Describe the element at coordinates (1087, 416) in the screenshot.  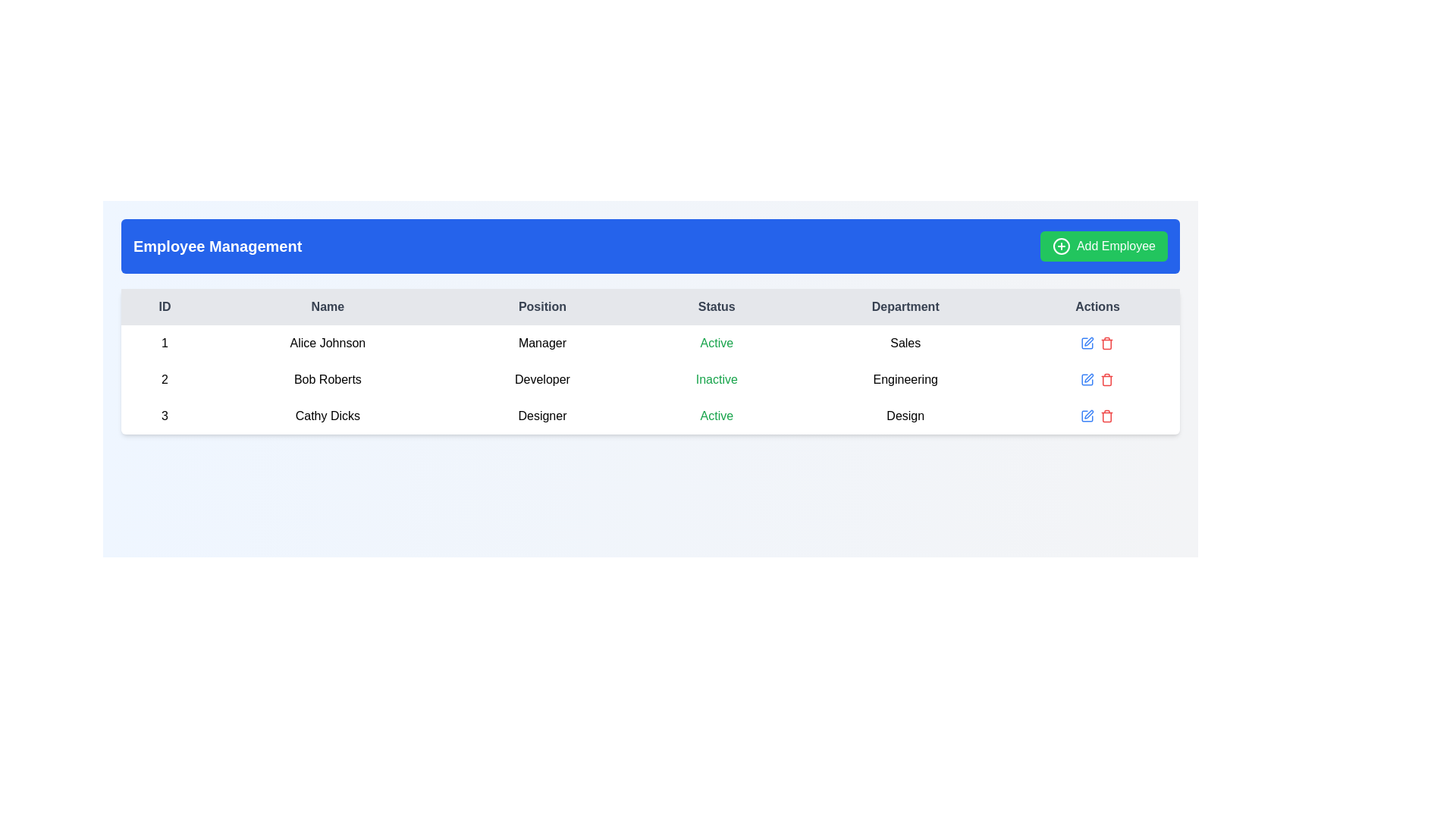
I see `the square icon button with a diagonal pen graphic located in the 'Actions' column of the third row for 'Cathy Dicks'` at that location.